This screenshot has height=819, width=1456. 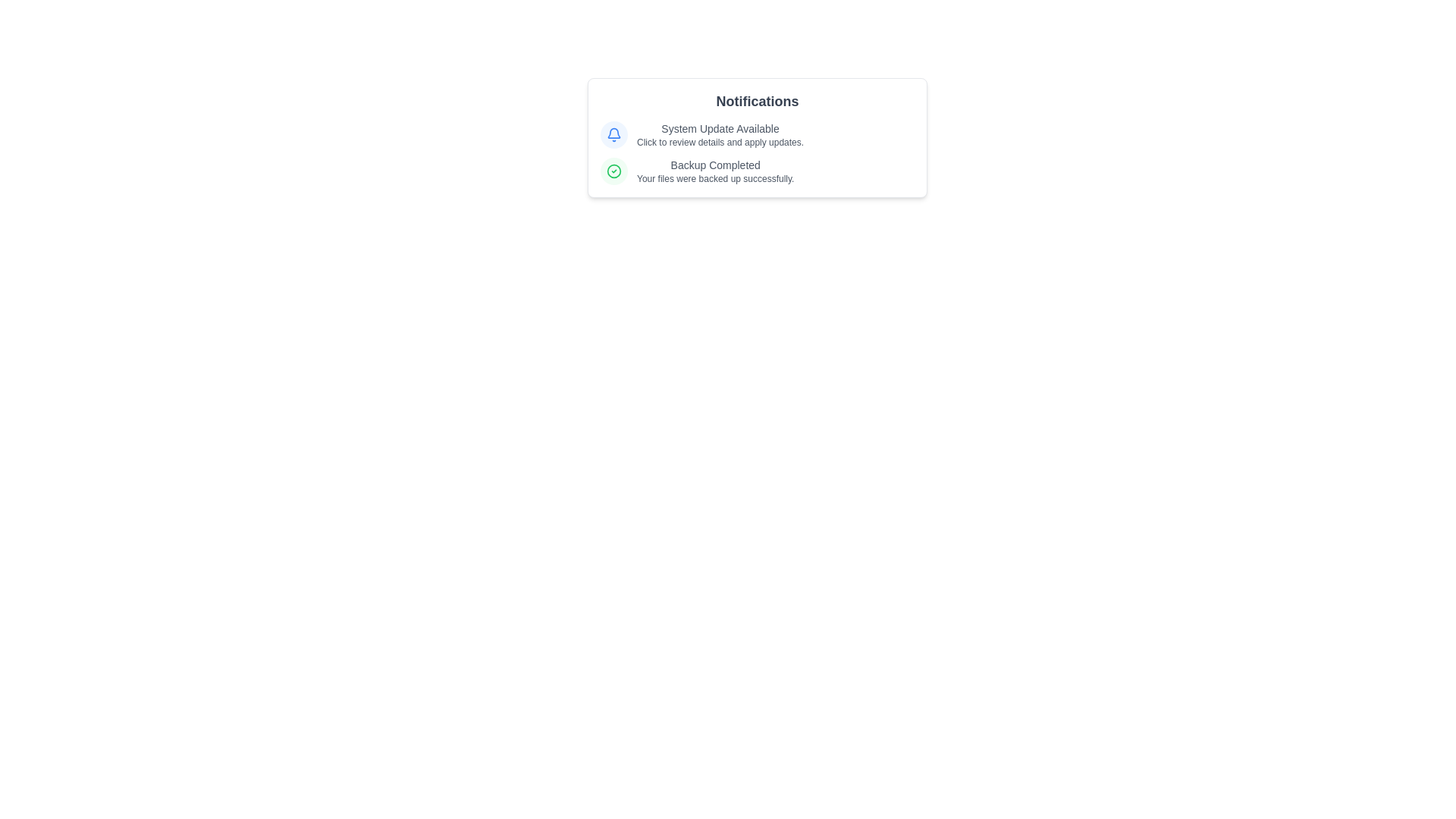 What do you see at coordinates (757, 133) in the screenshot?
I see `the Notification card displaying 'System Update Available' which includes a blue bell icon and is the first notification in the list` at bounding box center [757, 133].